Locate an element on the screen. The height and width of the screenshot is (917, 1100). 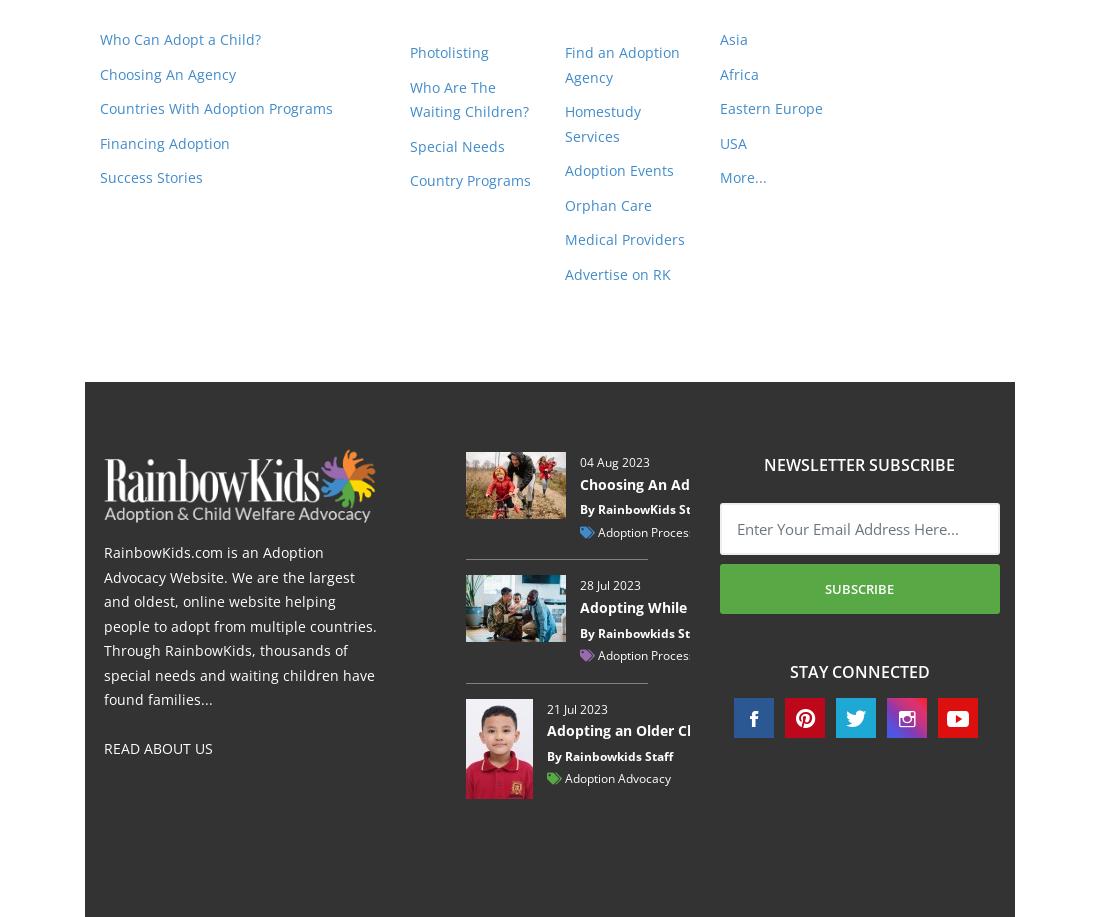
'Financing Adoption' is located at coordinates (164, 142).